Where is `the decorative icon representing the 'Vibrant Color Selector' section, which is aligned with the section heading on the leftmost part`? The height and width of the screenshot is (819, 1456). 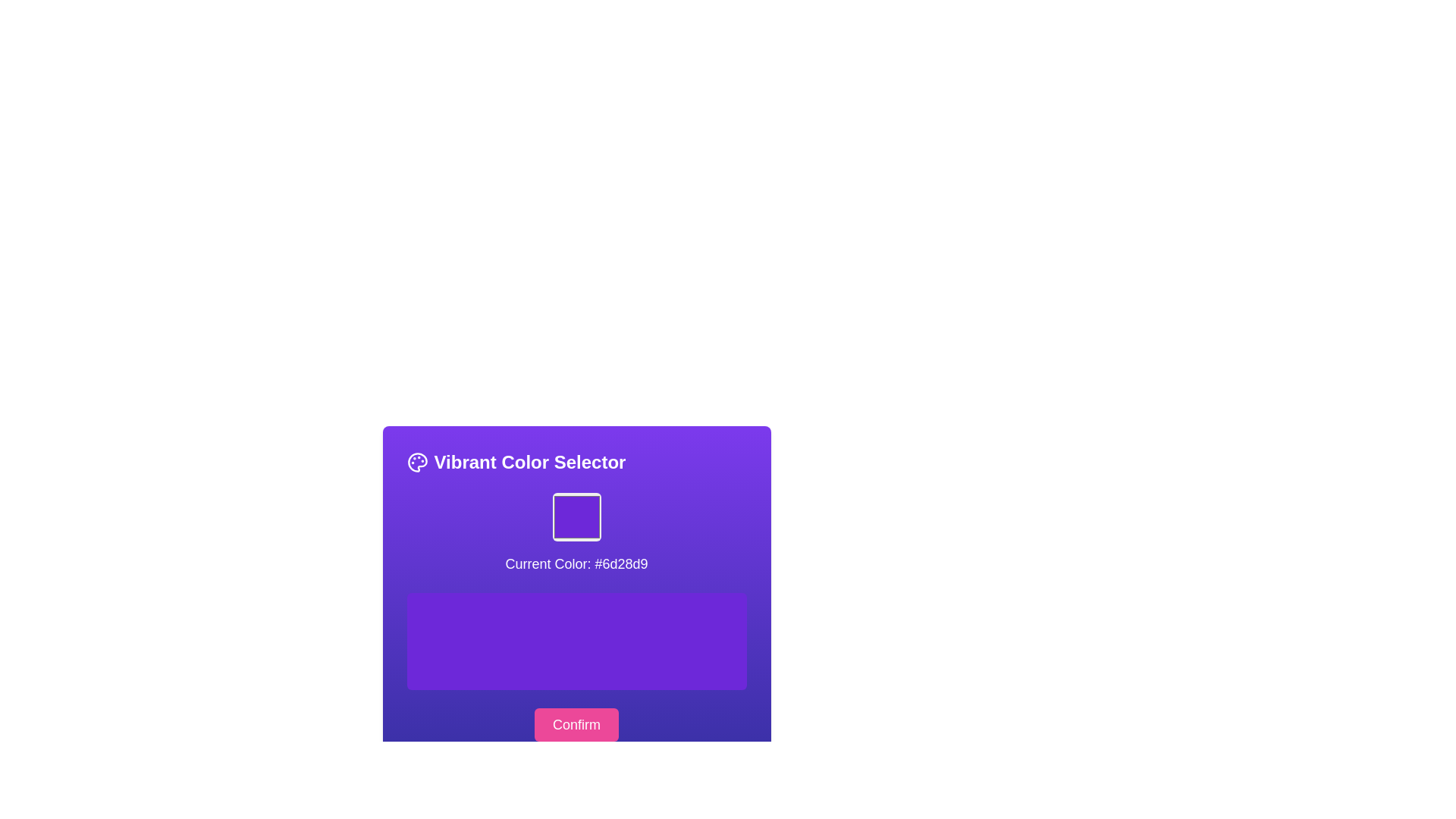 the decorative icon representing the 'Vibrant Color Selector' section, which is aligned with the section heading on the leftmost part is located at coordinates (417, 461).